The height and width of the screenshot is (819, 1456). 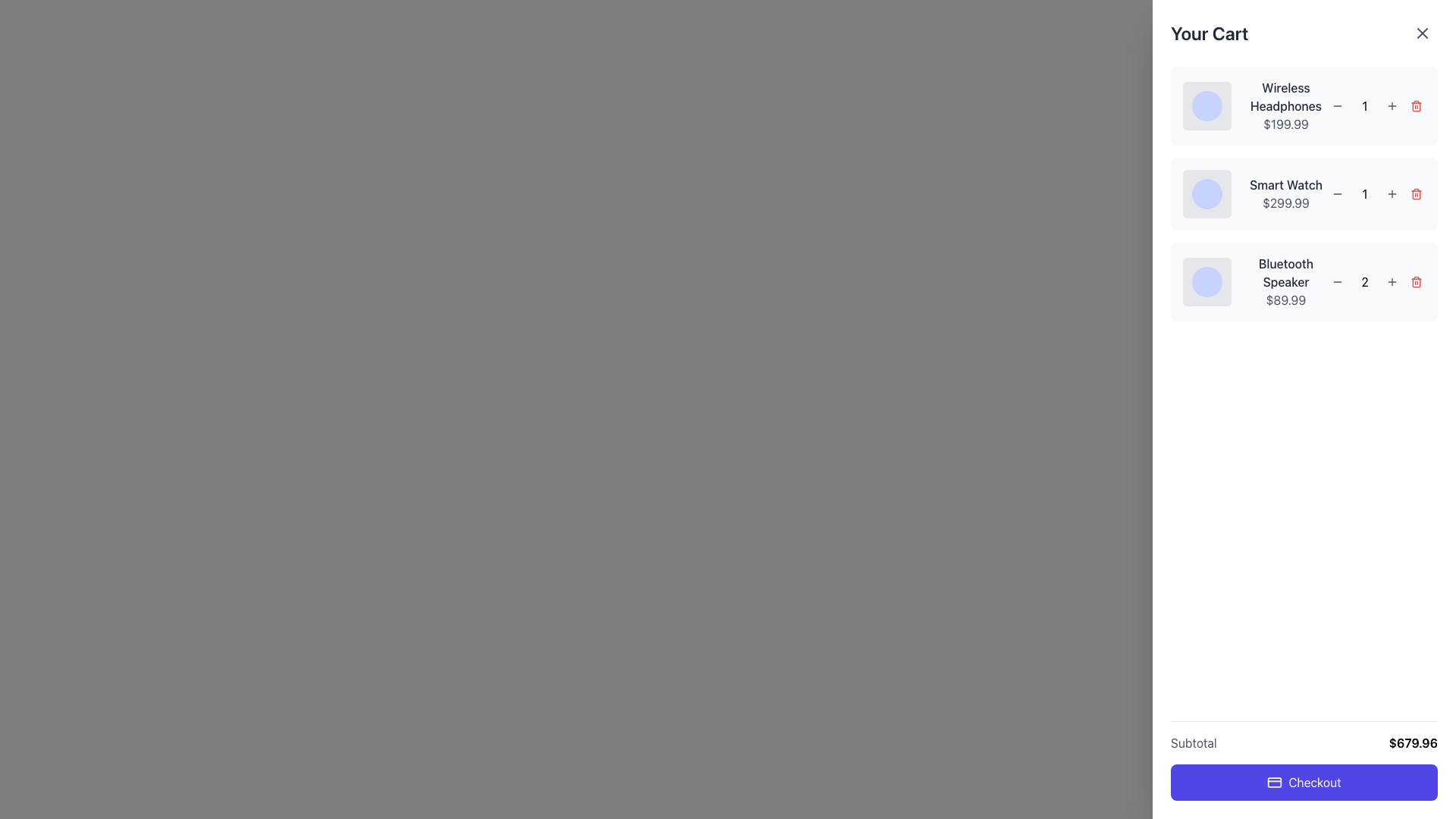 What do you see at coordinates (1392, 281) in the screenshot?
I see `the circular '+' button with a gray background in the cart overview for the 'Bluetooth Speaker' item` at bounding box center [1392, 281].